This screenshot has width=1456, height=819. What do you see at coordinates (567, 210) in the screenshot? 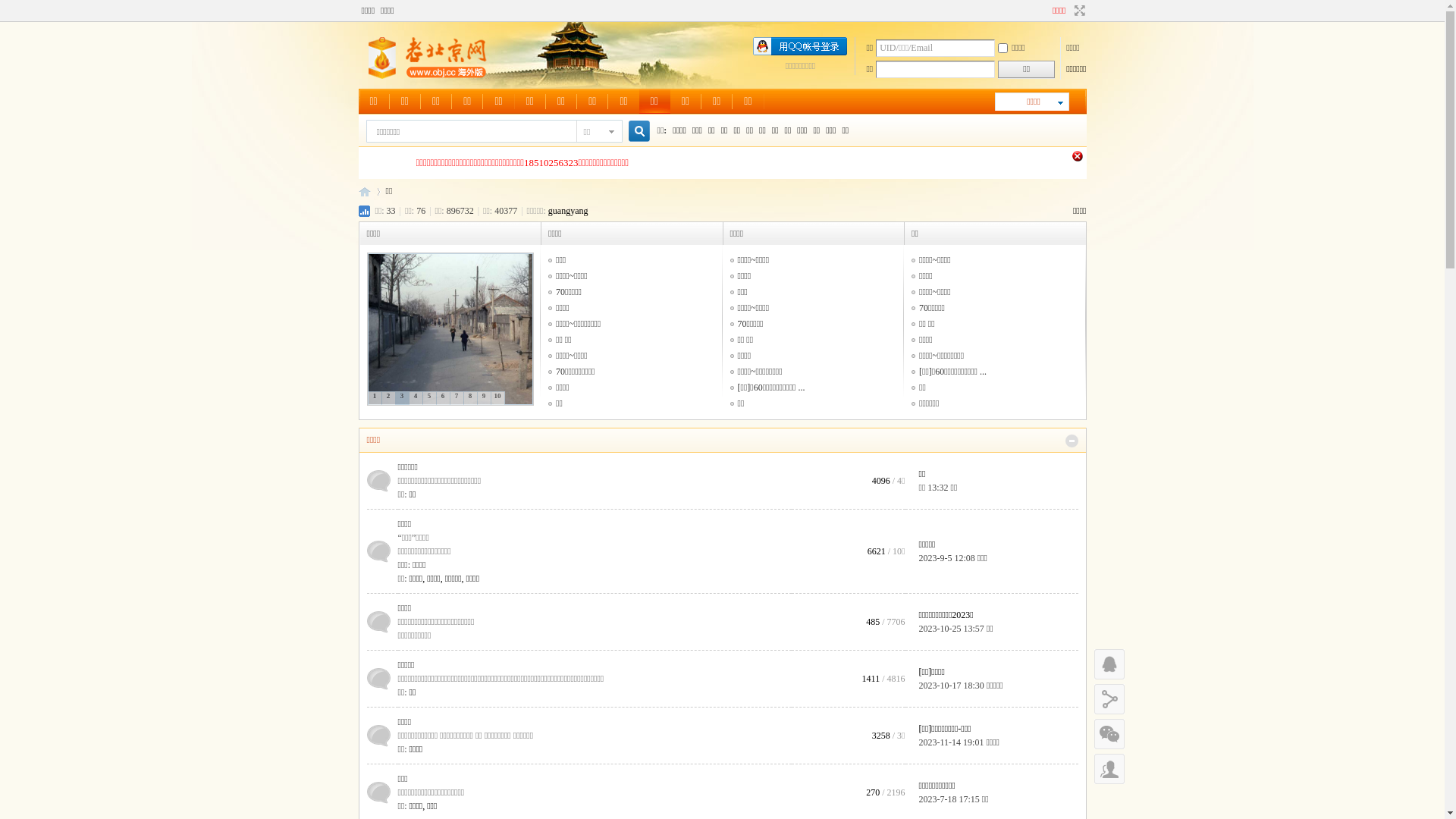
I see `'guangyang'` at bounding box center [567, 210].